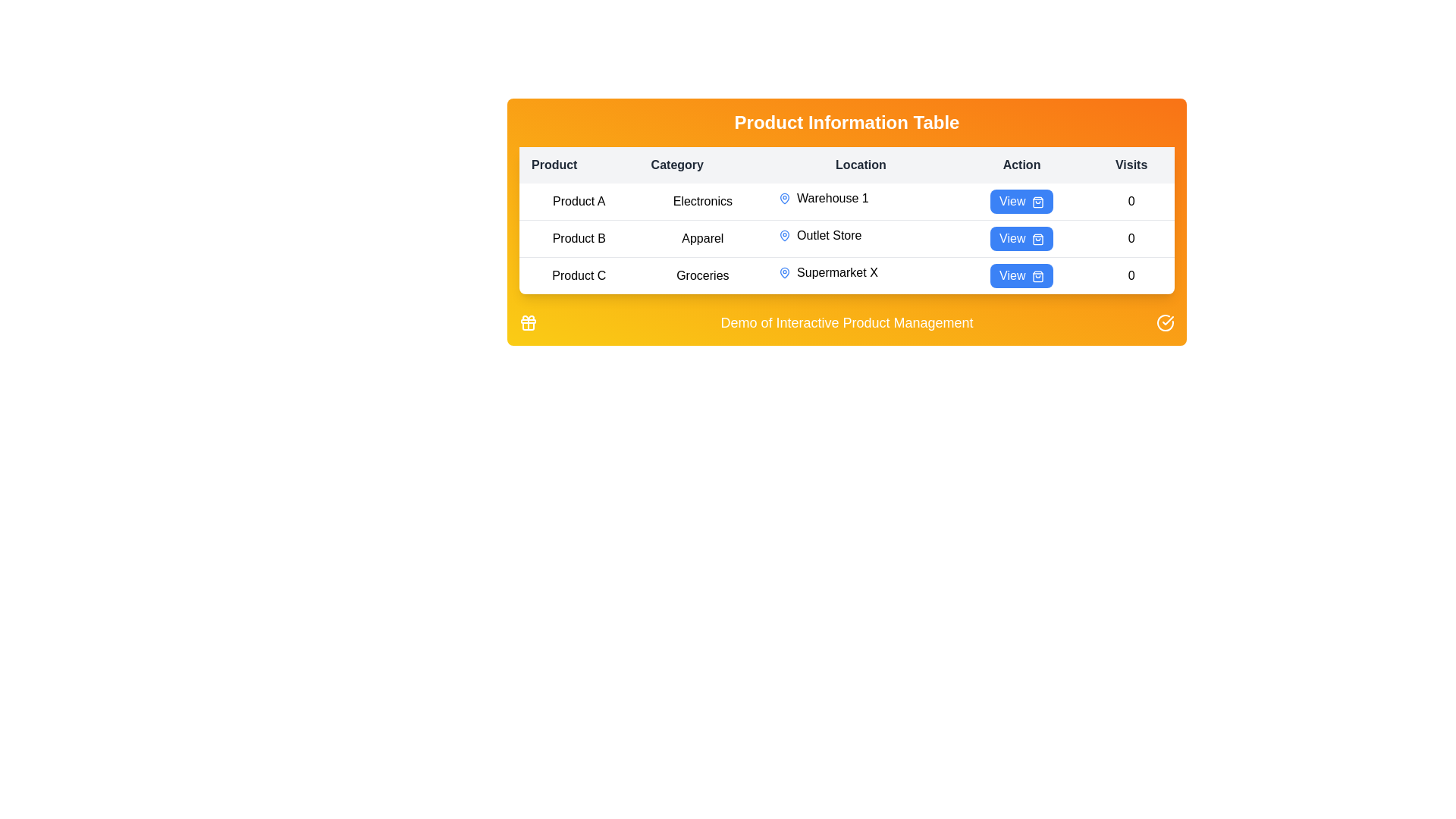  Describe the element at coordinates (861, 271) in the screenshot. I see `the text display indicating 'Supermarket X' in the third row of the 'Product Information Table'` at that location.